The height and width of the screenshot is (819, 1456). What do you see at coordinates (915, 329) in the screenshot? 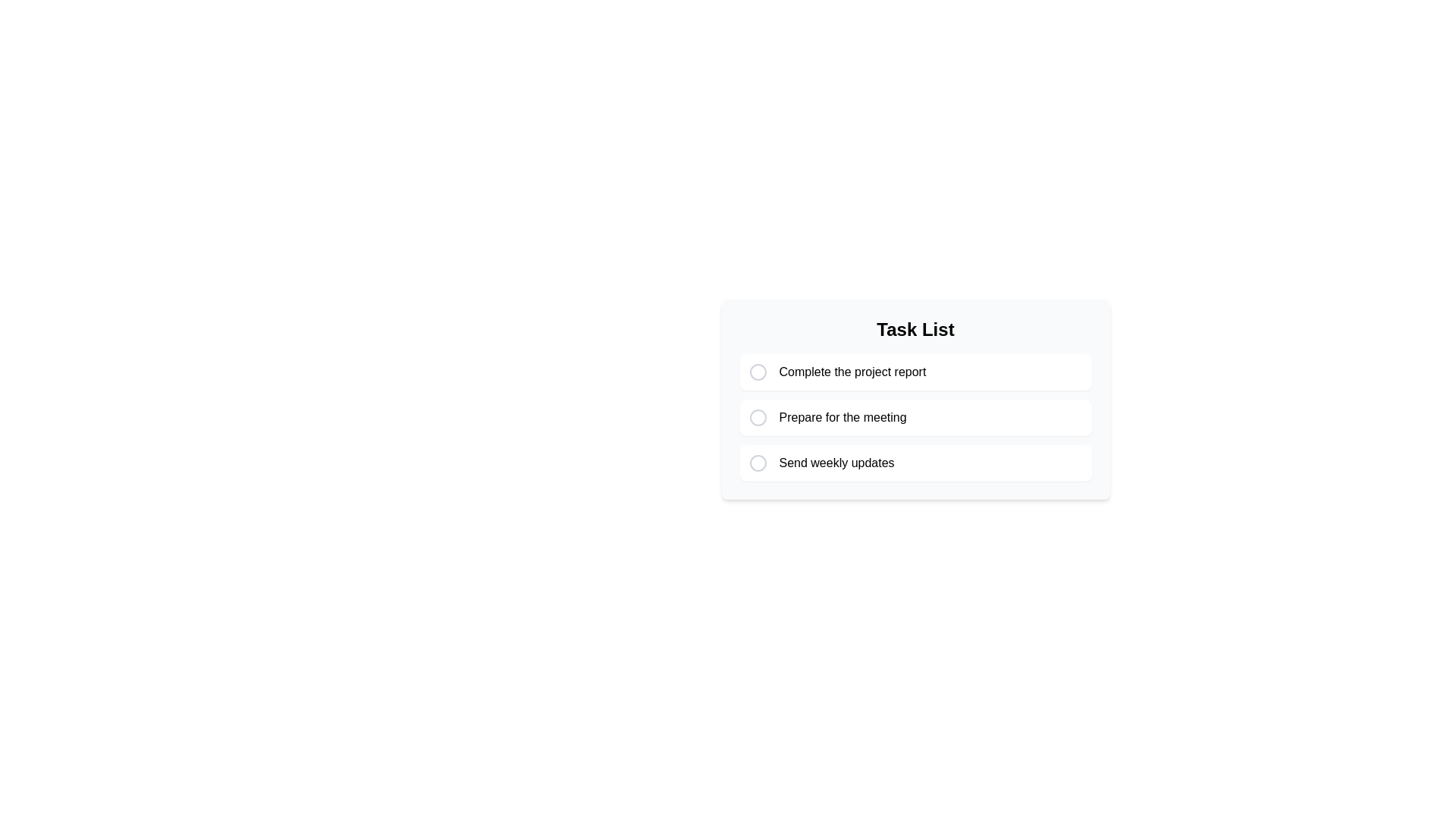
I see `the text label that serves as a heading for the section and is positioned above the task items` at bounding box center [915, 329].